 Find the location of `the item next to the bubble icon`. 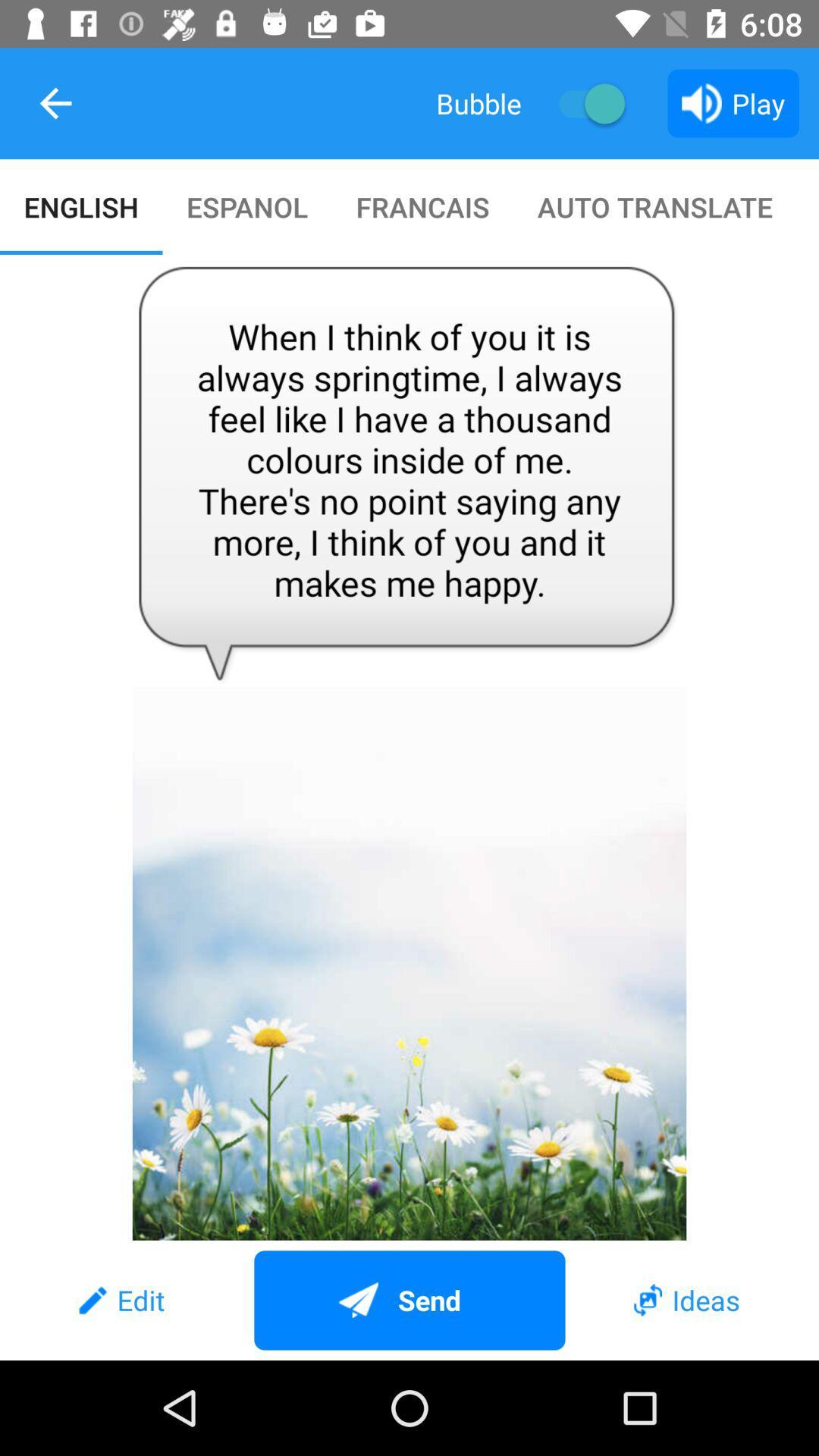

the item next to the bubble icon is located at coordinates (584, 102).